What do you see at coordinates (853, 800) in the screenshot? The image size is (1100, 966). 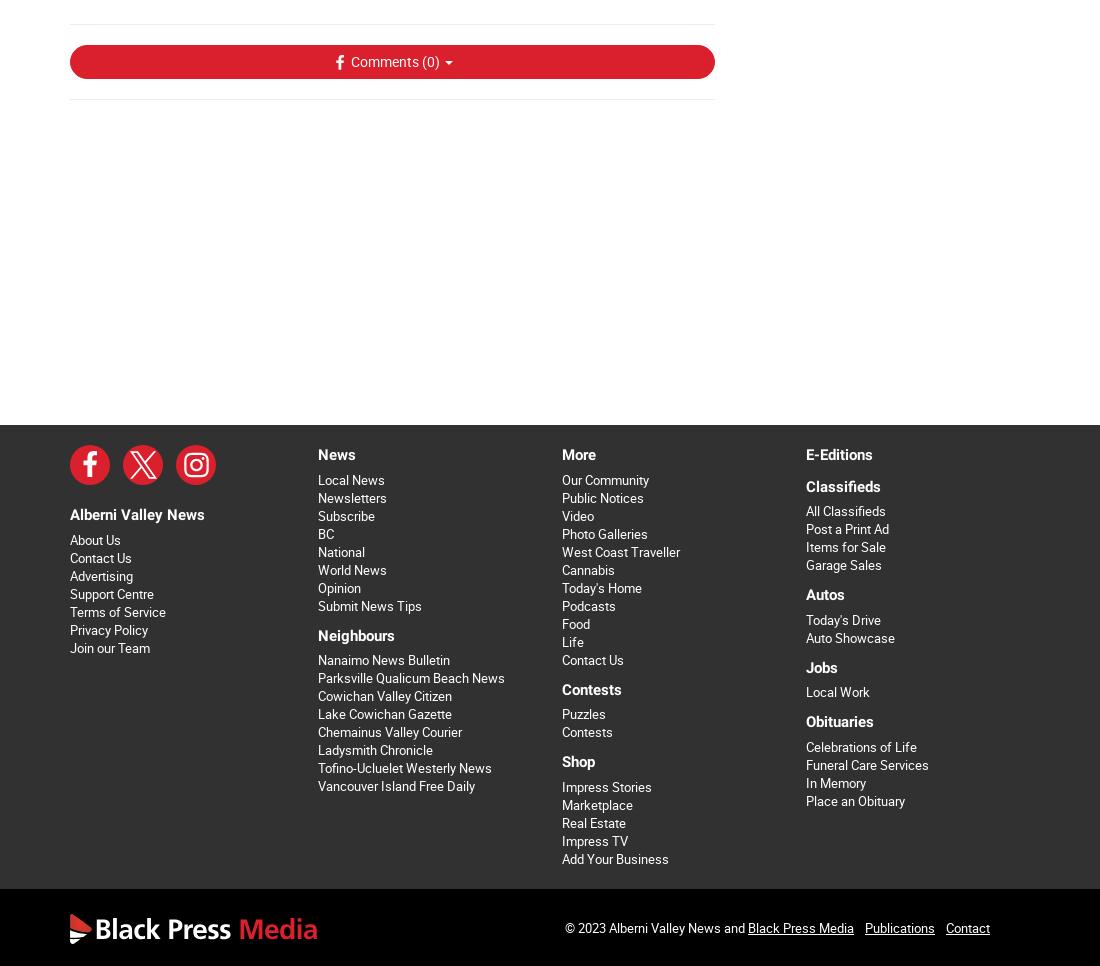 I see `'Place an Obituary'` at bounding box center [853, 800].